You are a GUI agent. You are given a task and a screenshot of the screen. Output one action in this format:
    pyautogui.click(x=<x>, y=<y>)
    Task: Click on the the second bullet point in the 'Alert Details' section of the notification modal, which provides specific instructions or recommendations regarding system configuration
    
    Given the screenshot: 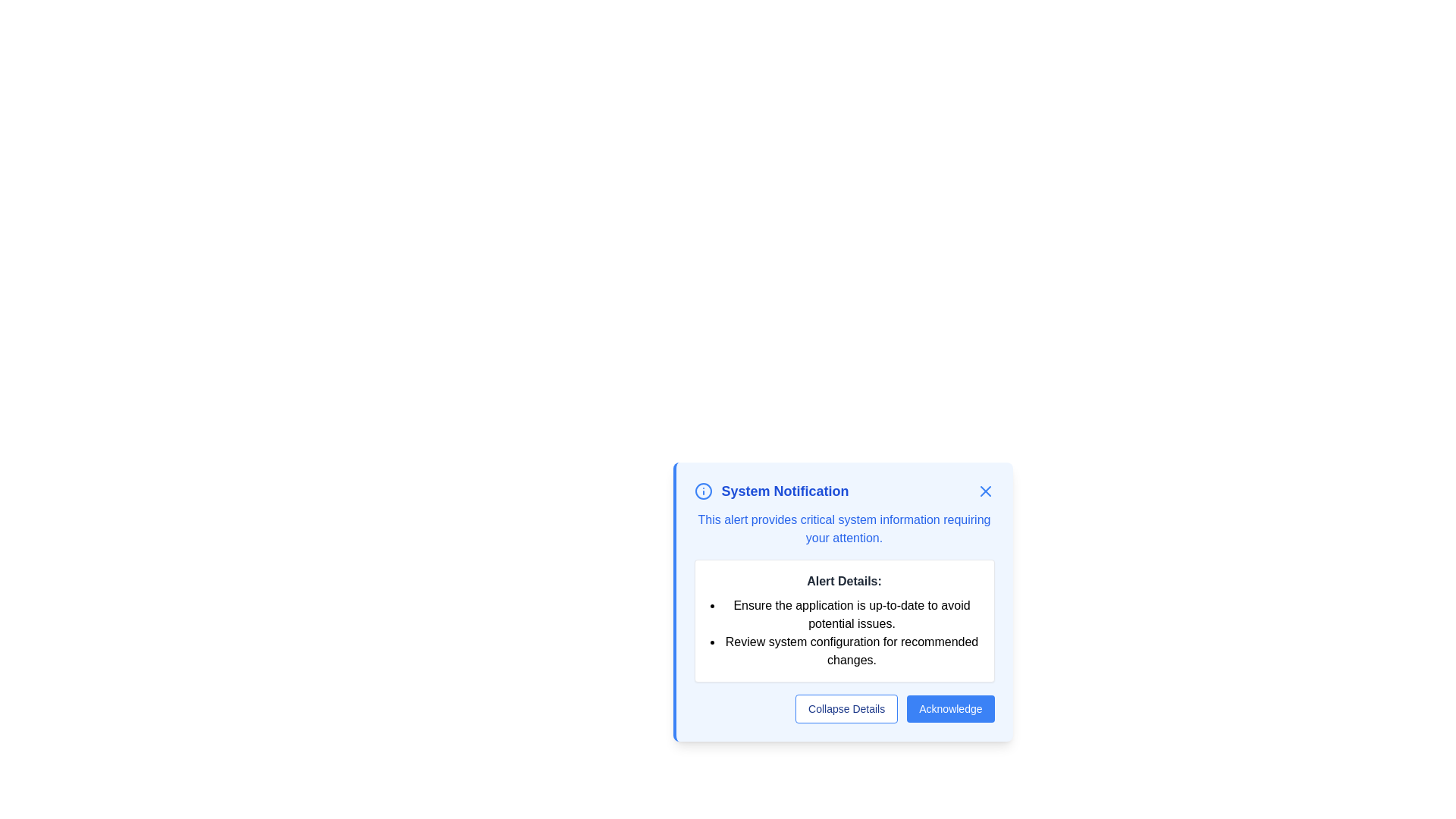 What is the action you would take?
    pyautogui.click(x=852, y=651)
    